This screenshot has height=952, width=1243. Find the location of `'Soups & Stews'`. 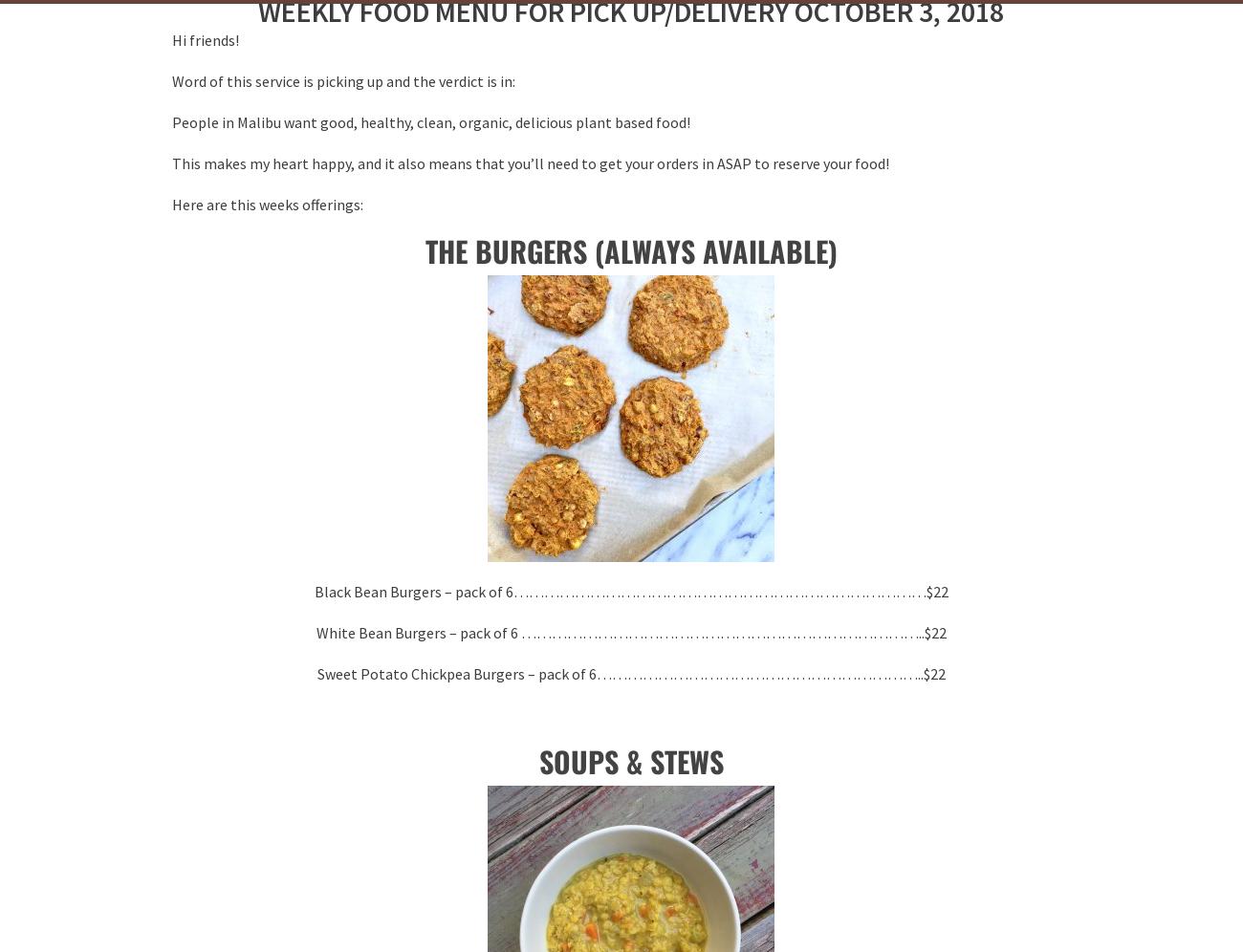

'Soups & Stews' is located at coordinates (629, 760).